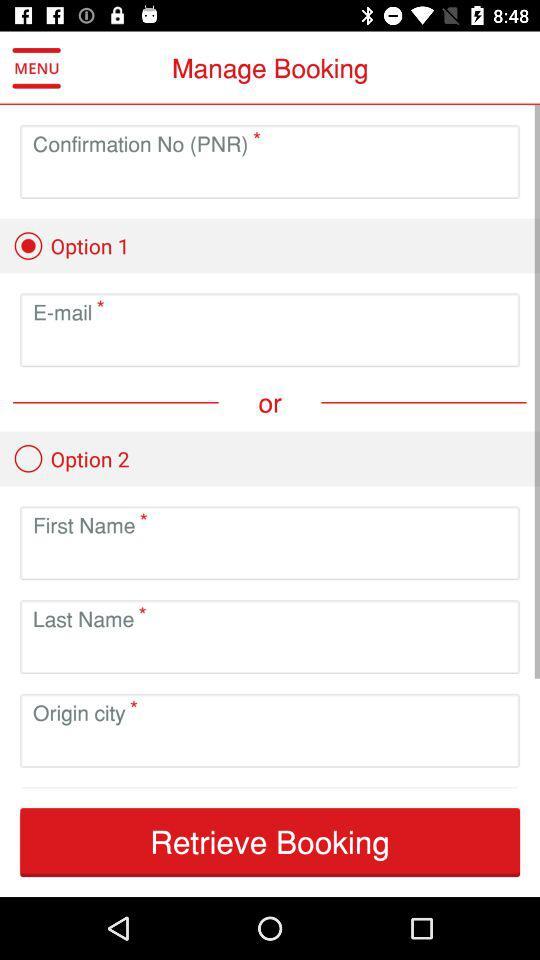  Describe the element at coordinates (70, 458) in the screenshot. I see `option 2` at that location.